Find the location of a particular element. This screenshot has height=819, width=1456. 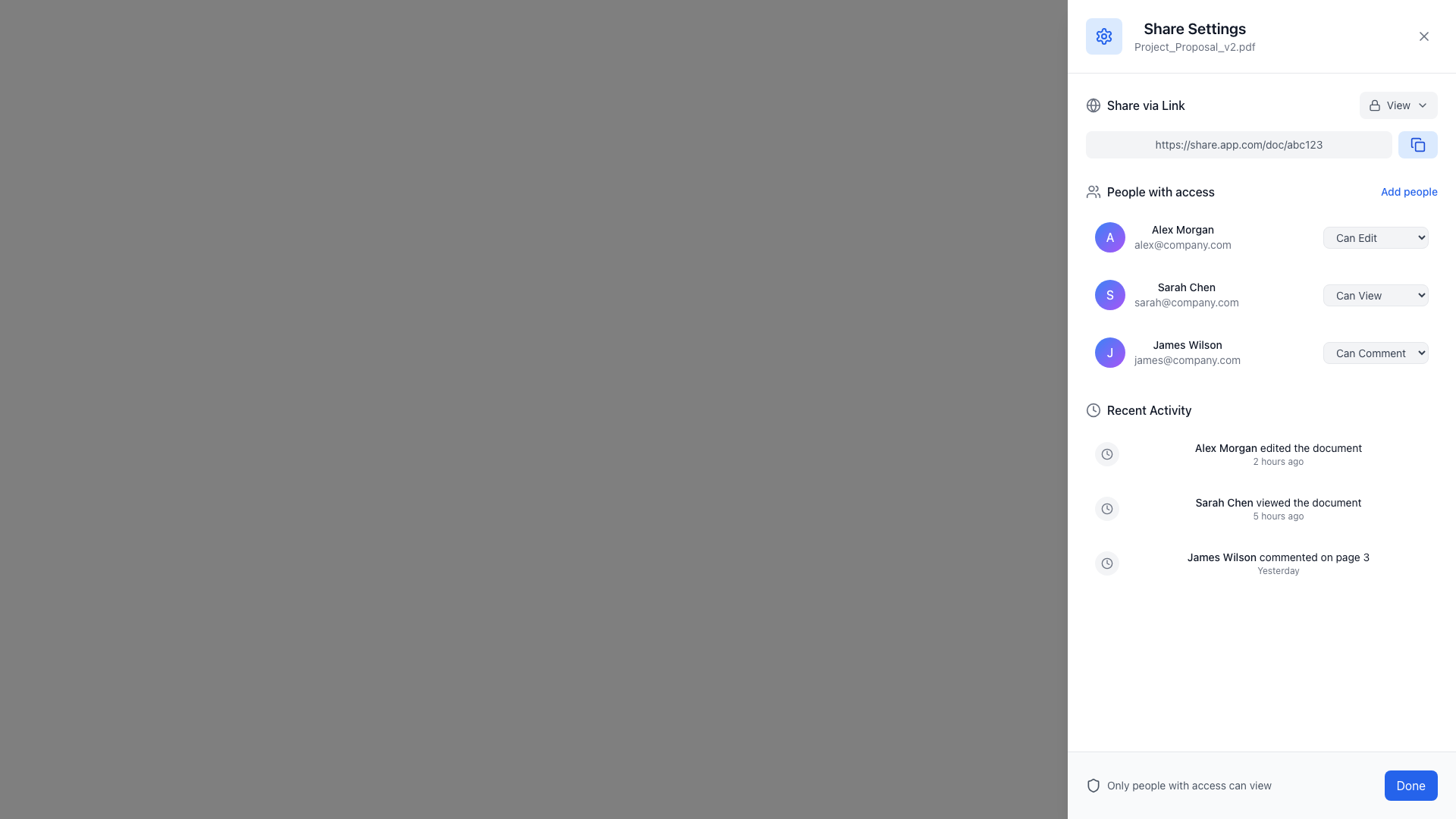

the icon representing a group of three people, which is a gray outline style decorative element located to the left of the 'People with access' text in the sharing settings panel is located at coordinates (1093, 191).